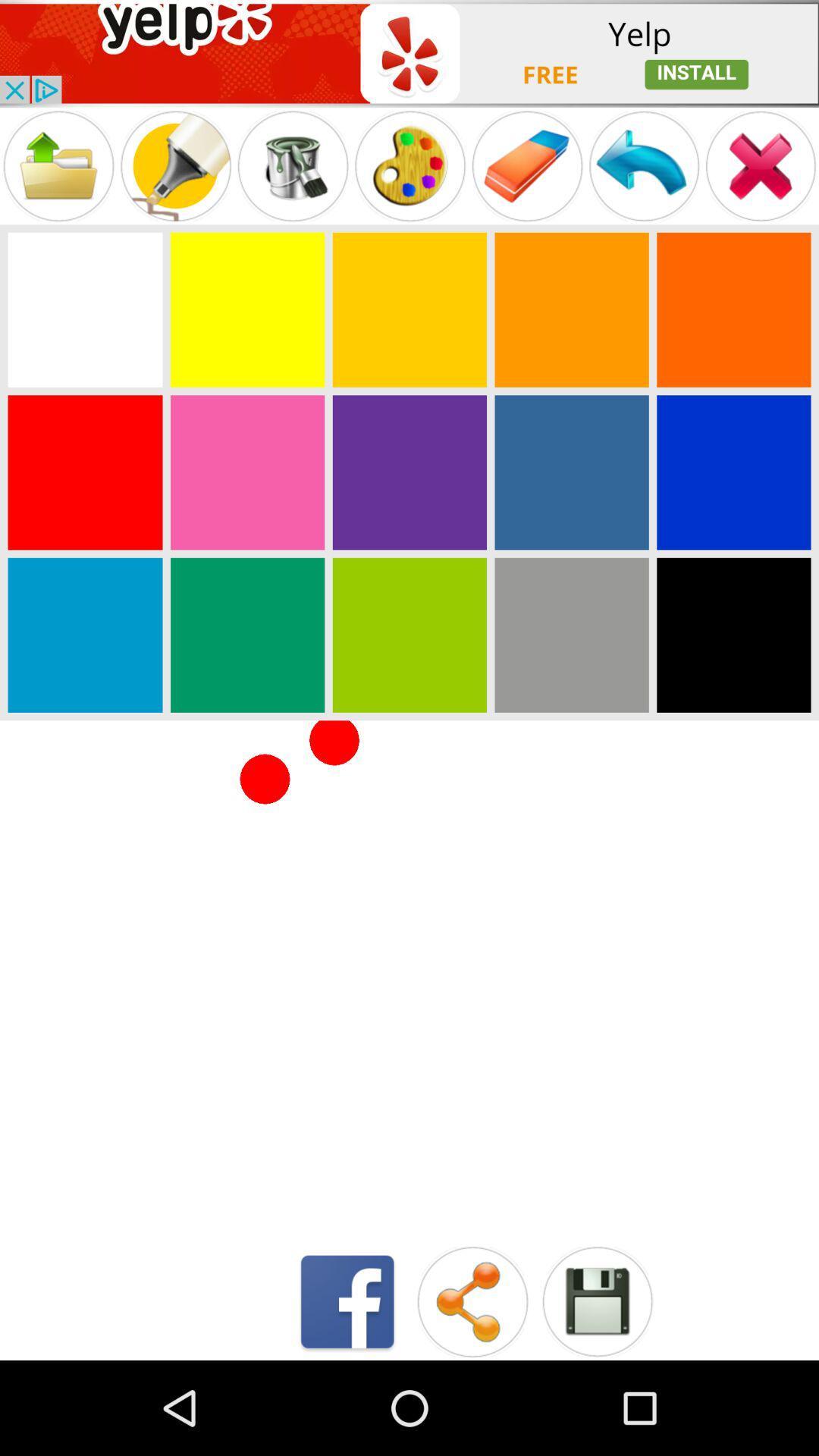 The height and width of the screenshot is (1456, 819). Describe the element at coordinates (472, 1393) in the screenshot. I see `the share icon` at that location.